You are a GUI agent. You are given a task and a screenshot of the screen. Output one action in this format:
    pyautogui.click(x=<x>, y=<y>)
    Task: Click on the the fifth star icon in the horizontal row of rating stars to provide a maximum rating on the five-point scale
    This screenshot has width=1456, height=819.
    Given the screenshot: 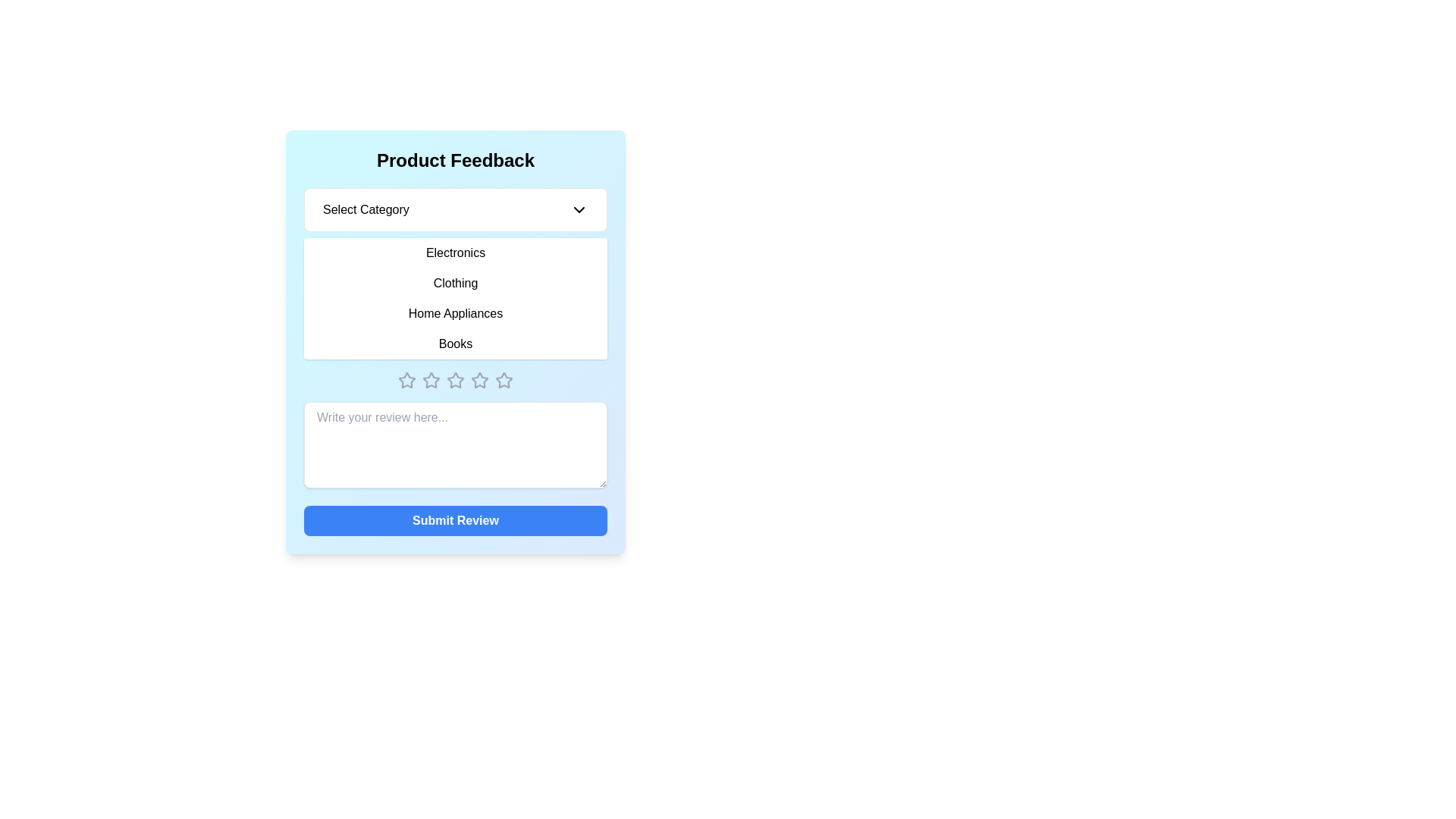 What is the action you would take?
    pyautogui.click(x=504, y=379)
    